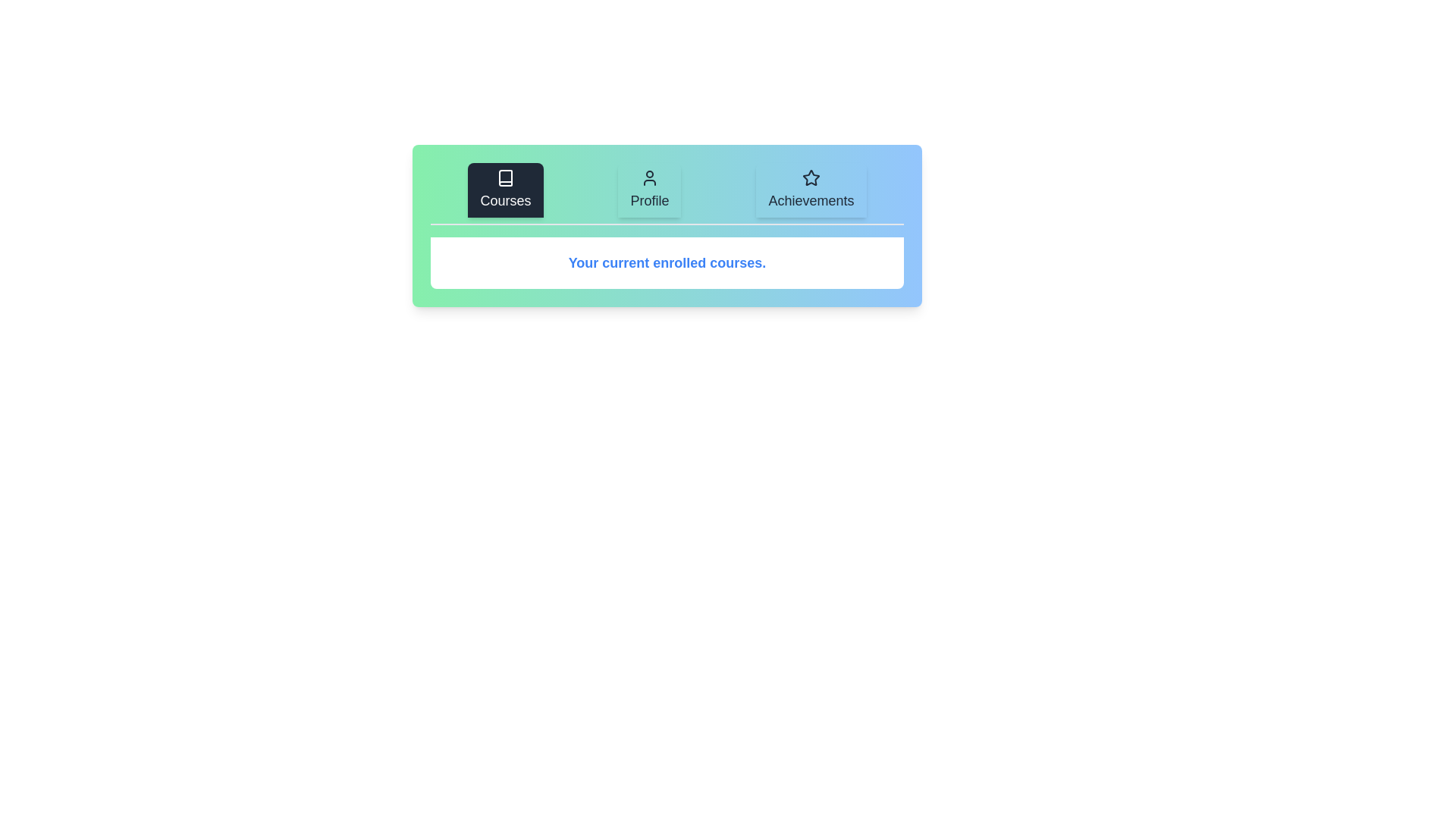  Describe the element at coordinates (811, 189) in the screenshot. I see `the tab labeled Achievements to observe its hover effect` at that location.